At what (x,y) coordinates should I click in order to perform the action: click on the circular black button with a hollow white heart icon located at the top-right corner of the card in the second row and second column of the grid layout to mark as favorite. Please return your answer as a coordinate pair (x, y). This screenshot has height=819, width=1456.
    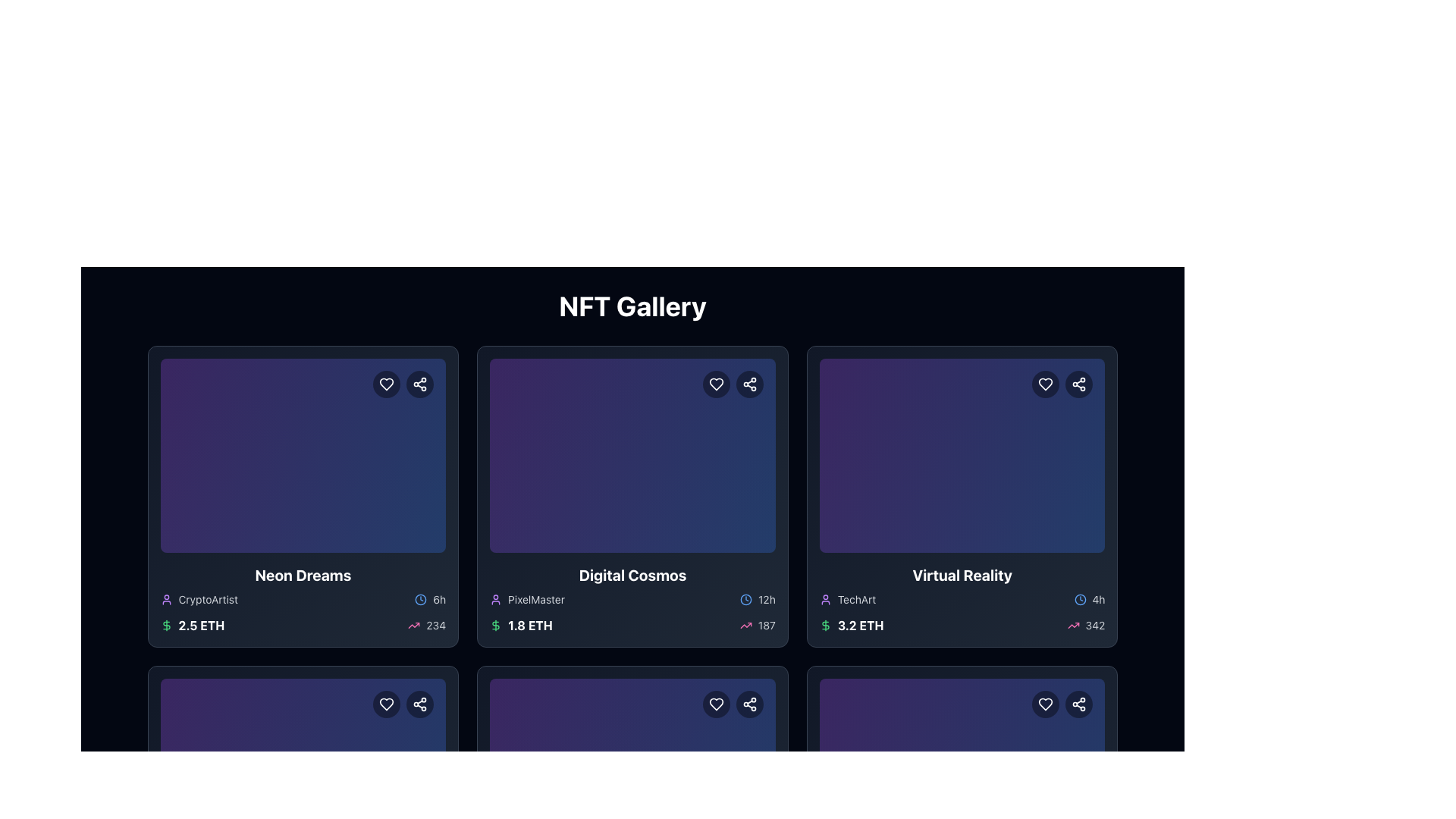
    Looking at the image, I should click on (715, 704).